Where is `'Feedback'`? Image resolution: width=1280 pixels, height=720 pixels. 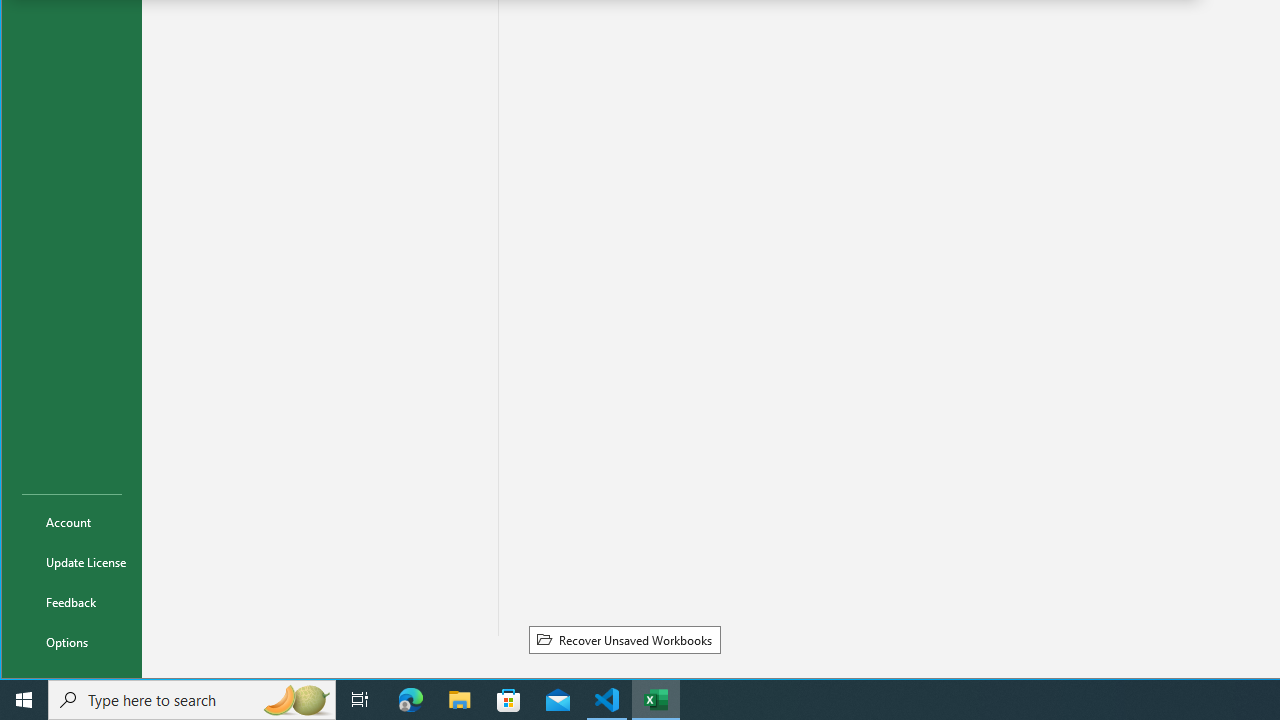
'Feedback' is located at coordinates (72, 600).